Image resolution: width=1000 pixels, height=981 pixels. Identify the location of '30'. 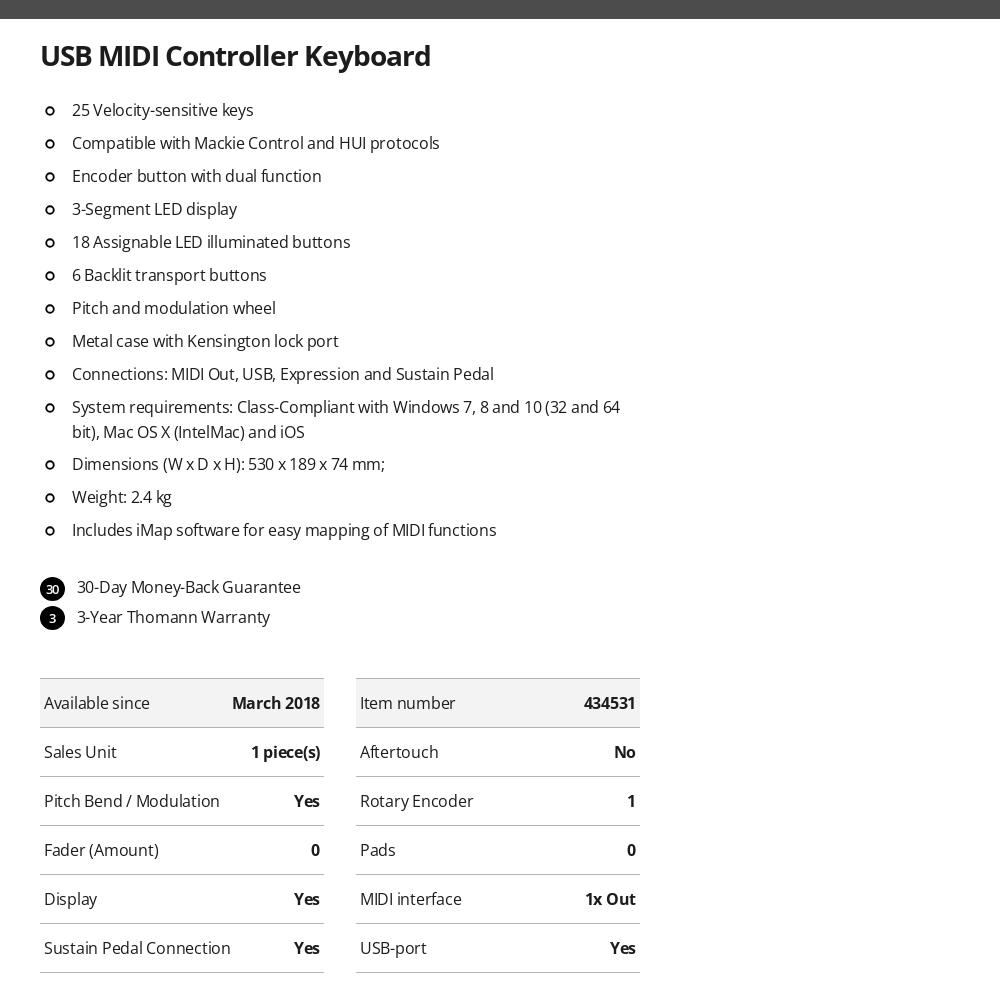
(45, 588).